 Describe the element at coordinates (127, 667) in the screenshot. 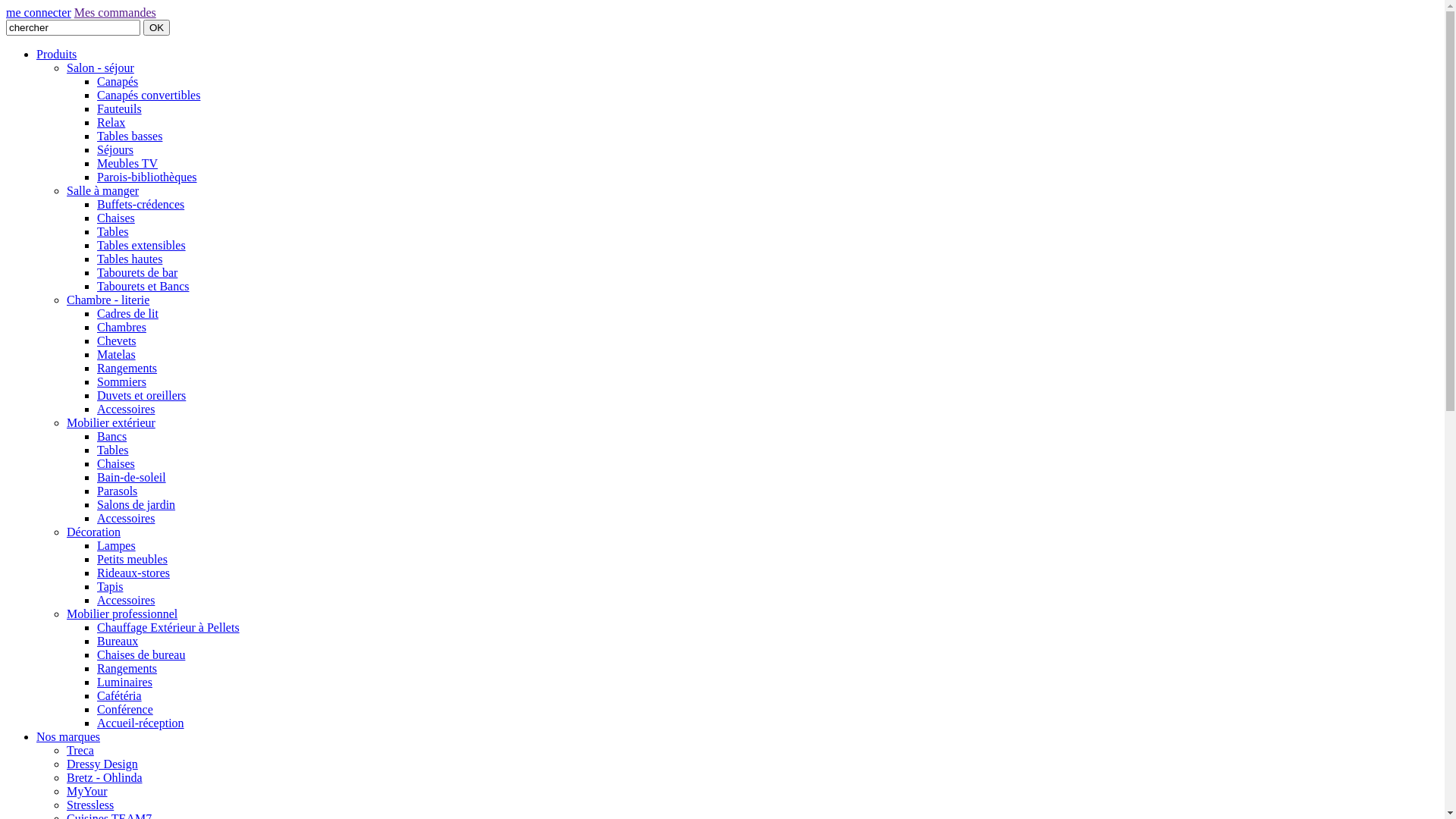

I see `'Rangements'` at that location.